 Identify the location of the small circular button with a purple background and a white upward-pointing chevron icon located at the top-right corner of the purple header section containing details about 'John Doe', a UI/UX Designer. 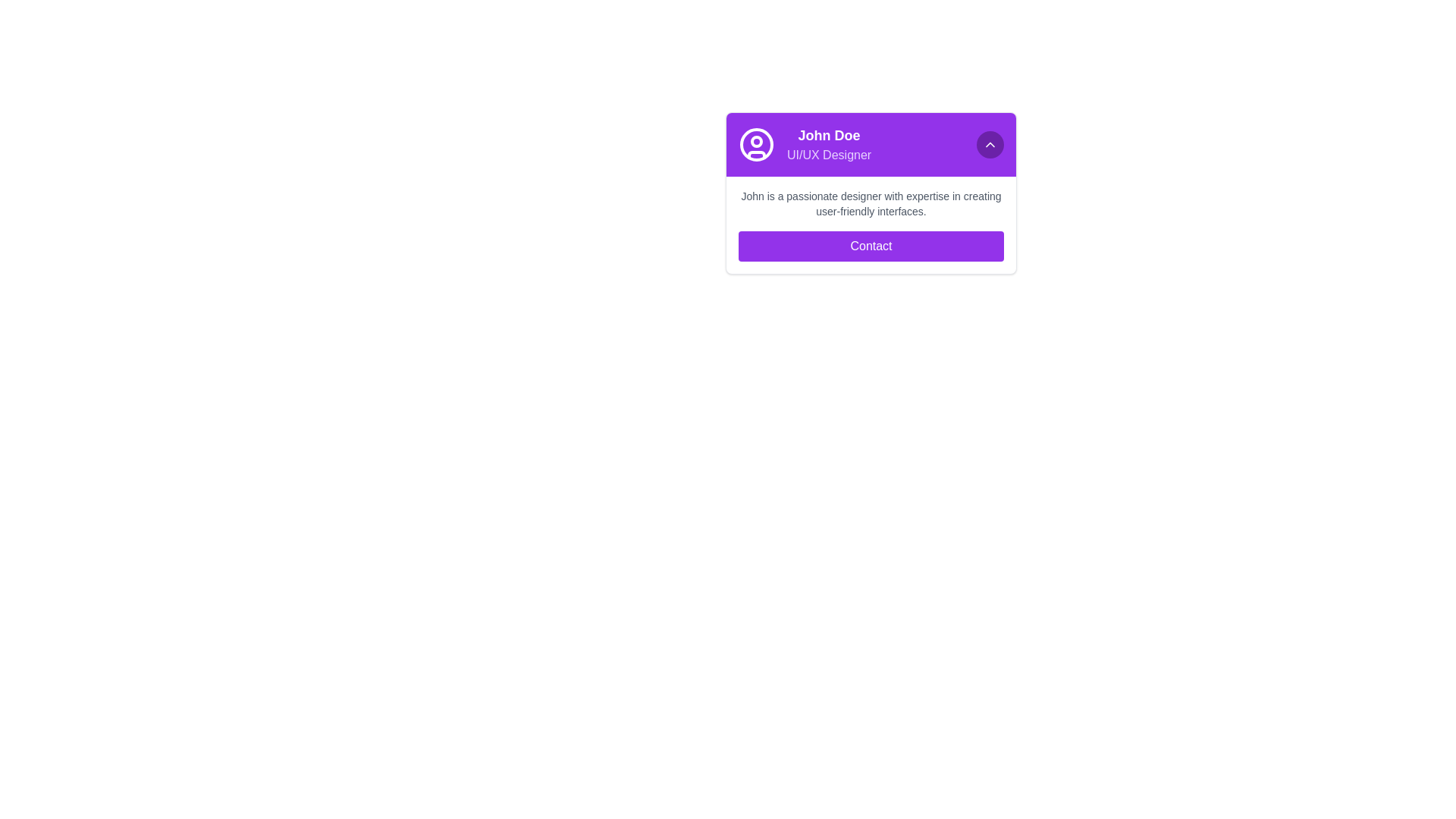
(990, 145).